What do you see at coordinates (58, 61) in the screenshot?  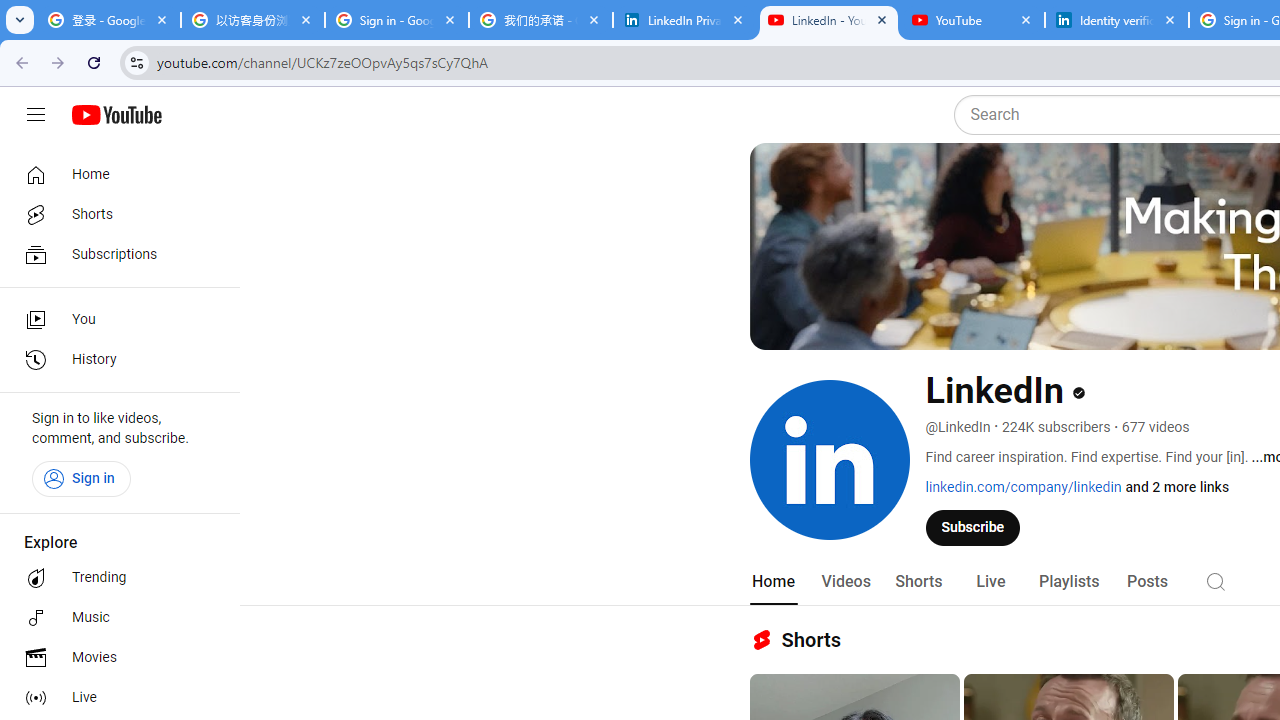 I see `'Forward'` at bounding box center [58, 61].